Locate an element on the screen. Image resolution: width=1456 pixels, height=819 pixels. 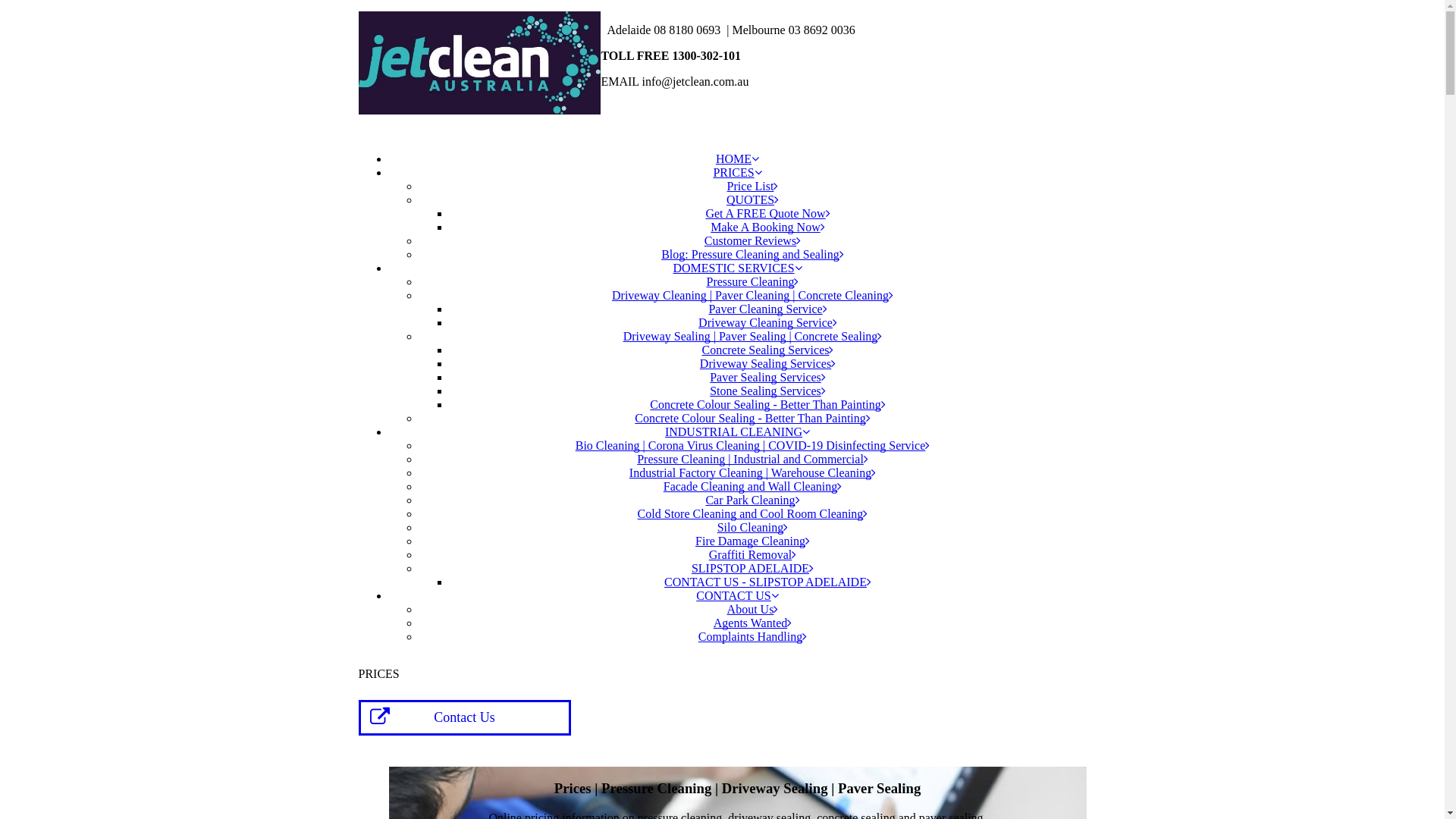
'Concrete Sealing Services' is located at coordinates (701, 350).